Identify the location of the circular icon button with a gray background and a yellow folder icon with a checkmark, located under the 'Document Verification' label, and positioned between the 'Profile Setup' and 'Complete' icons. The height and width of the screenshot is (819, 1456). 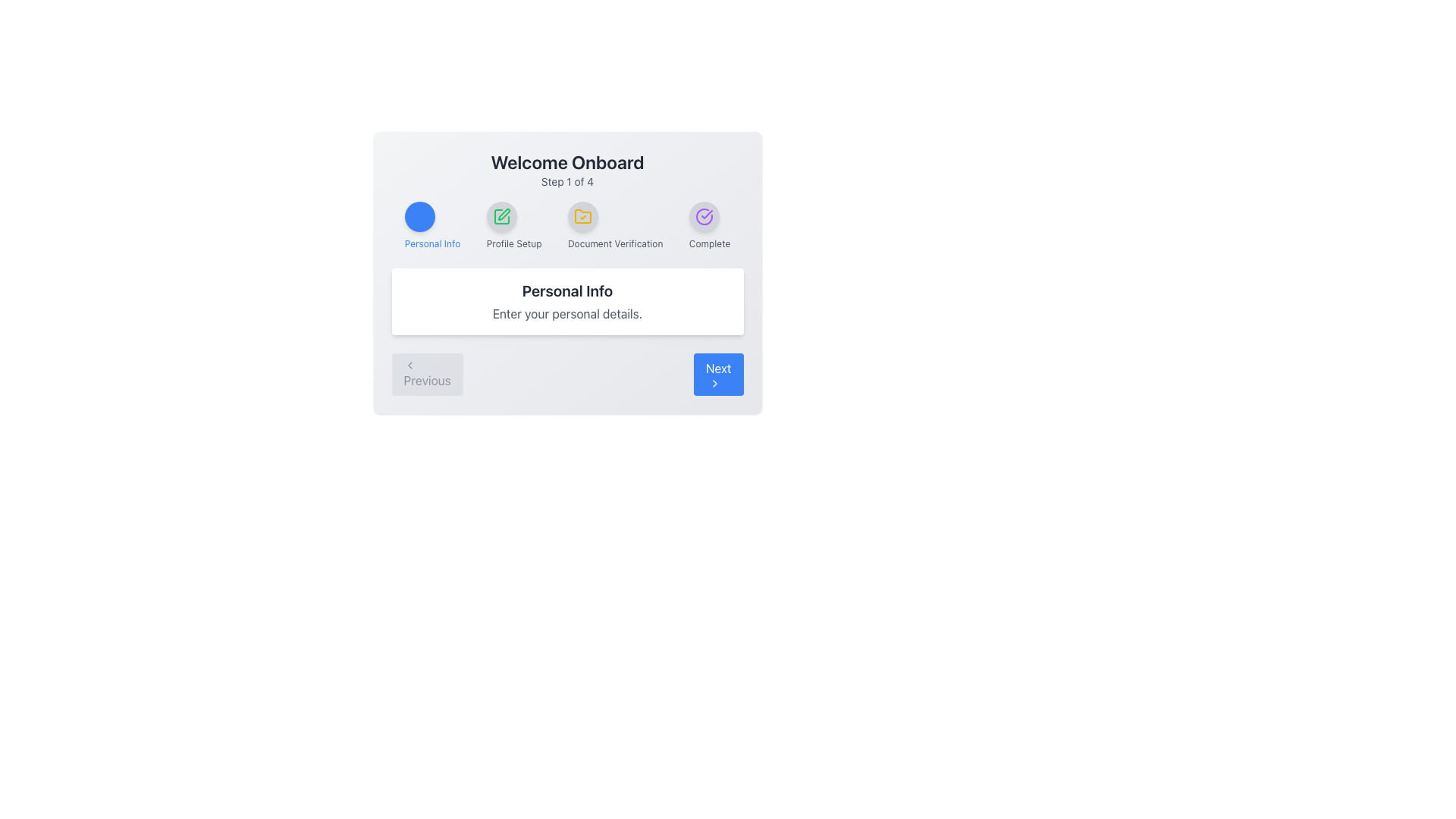
(582, 216).